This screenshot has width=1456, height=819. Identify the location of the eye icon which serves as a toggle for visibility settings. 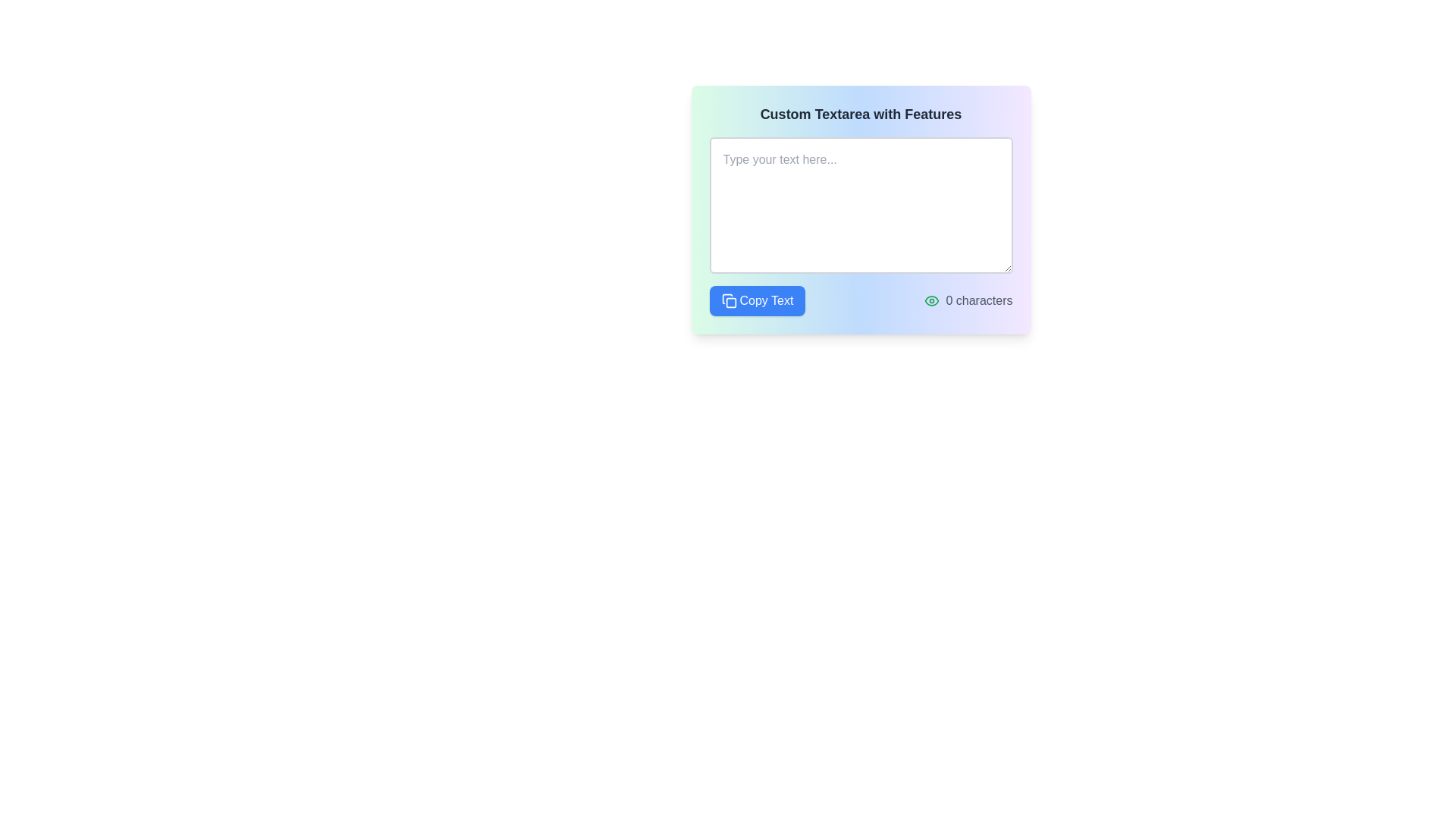
(931, 301).